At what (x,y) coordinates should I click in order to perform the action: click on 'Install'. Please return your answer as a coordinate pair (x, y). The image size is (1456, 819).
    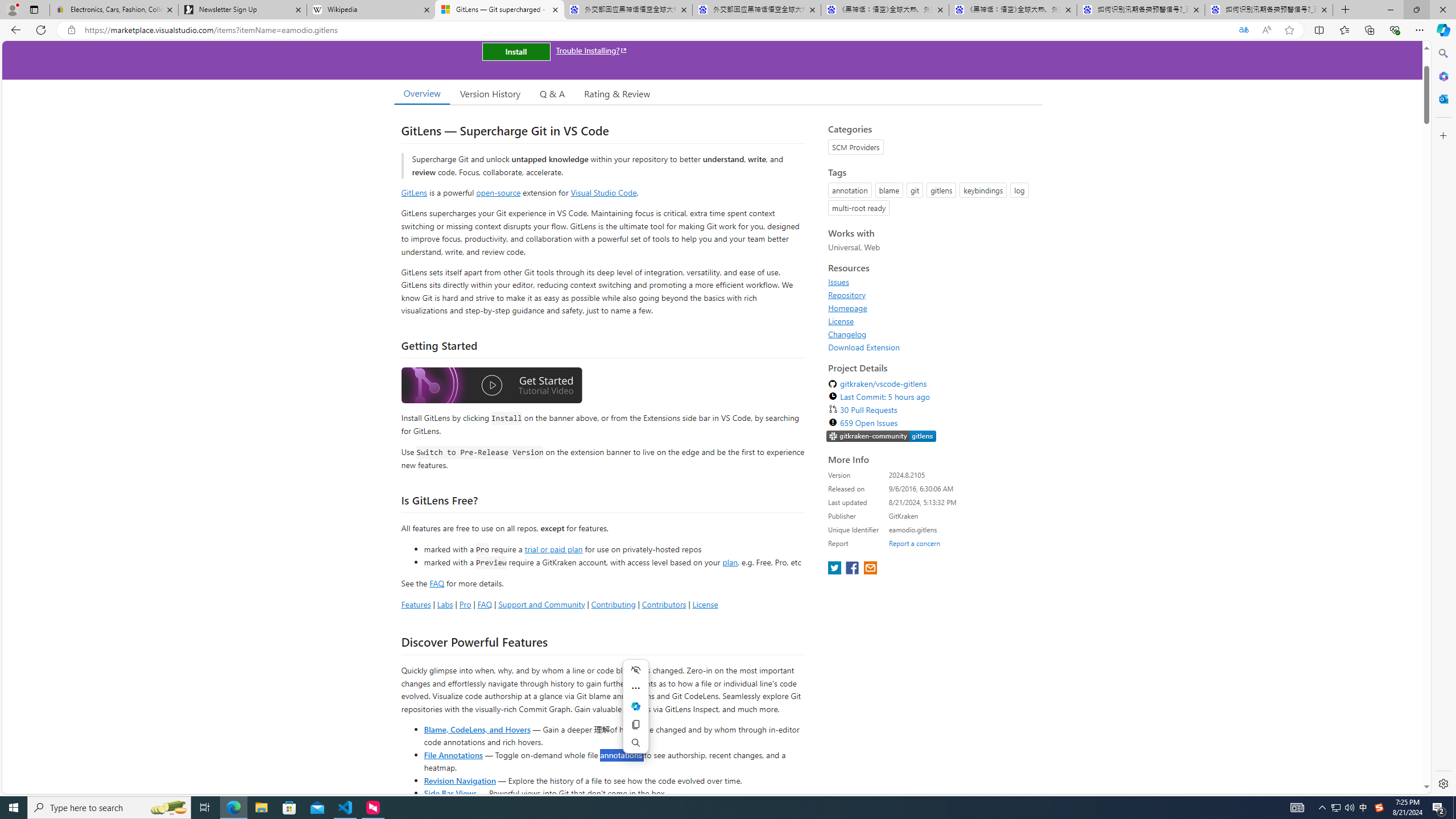
    Looking at the image, I should click on (515, 51).